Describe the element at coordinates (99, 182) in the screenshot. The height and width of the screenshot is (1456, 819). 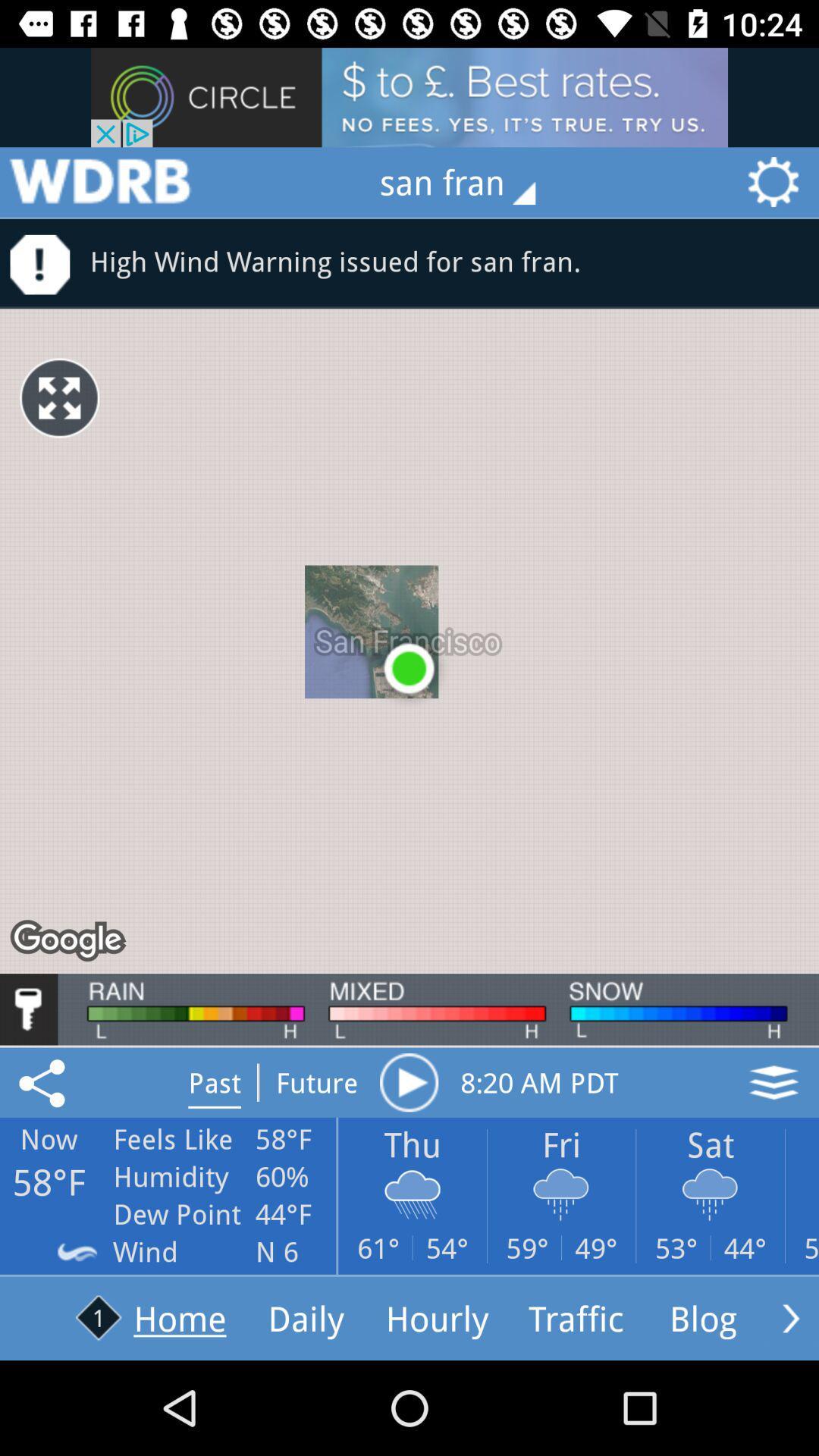
I see `homepage` at that location.